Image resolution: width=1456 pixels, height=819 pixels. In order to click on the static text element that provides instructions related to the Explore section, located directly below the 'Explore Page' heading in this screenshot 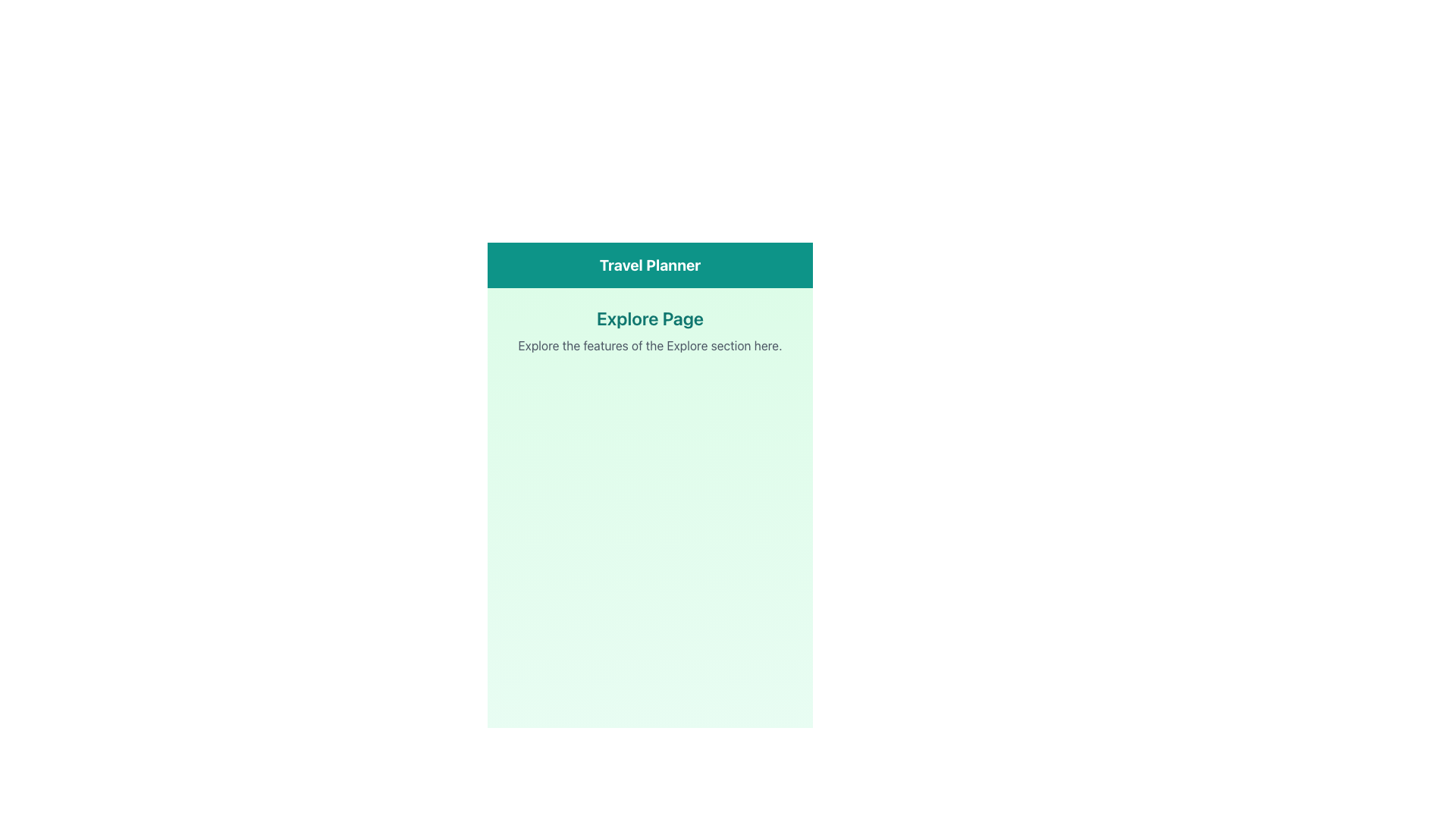, I will do `click(650, 345)`.